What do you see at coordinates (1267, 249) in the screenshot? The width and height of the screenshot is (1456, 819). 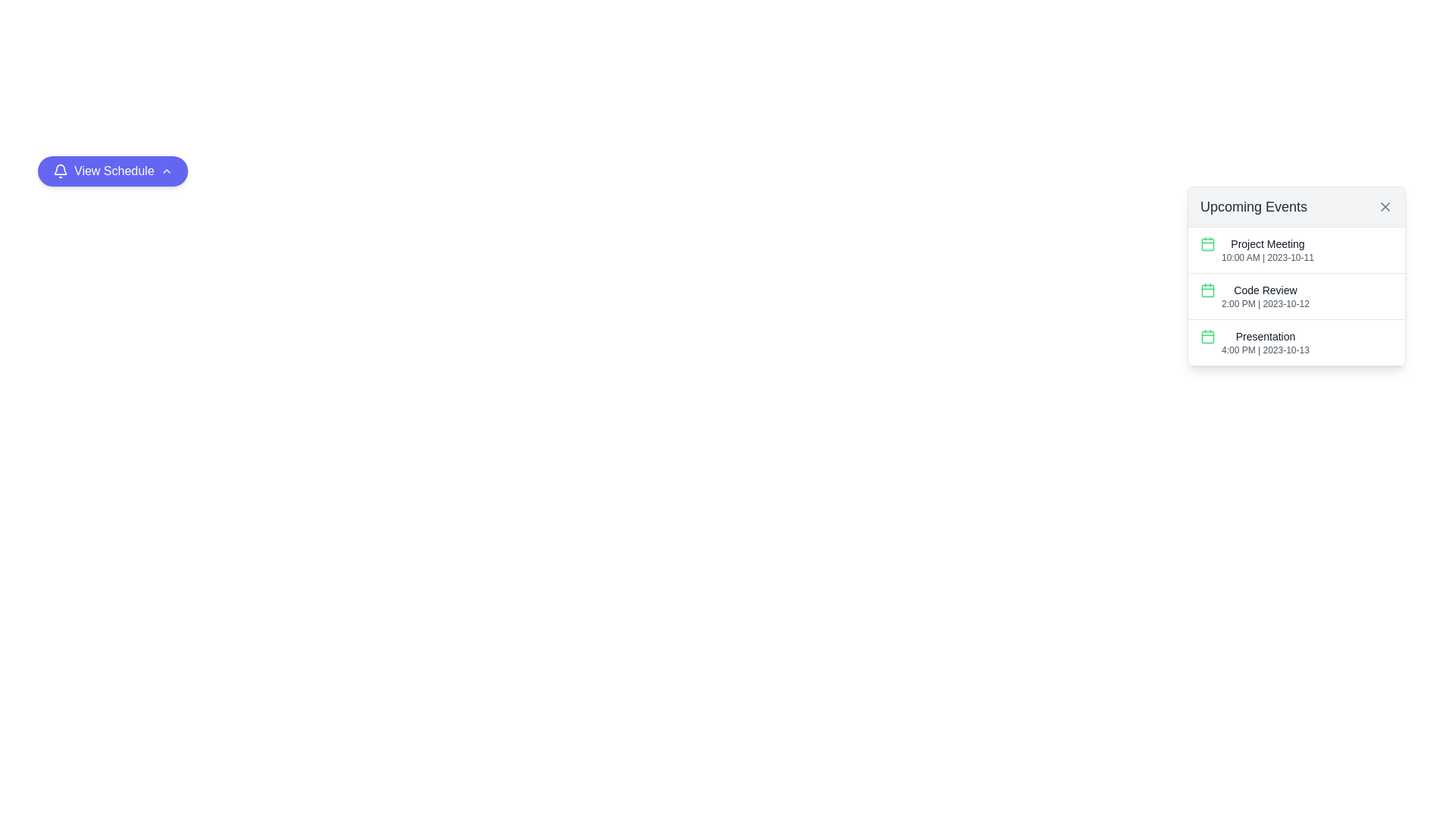 I see `the 'Project Meeting' event entry` at bounding box center [1267, 249].